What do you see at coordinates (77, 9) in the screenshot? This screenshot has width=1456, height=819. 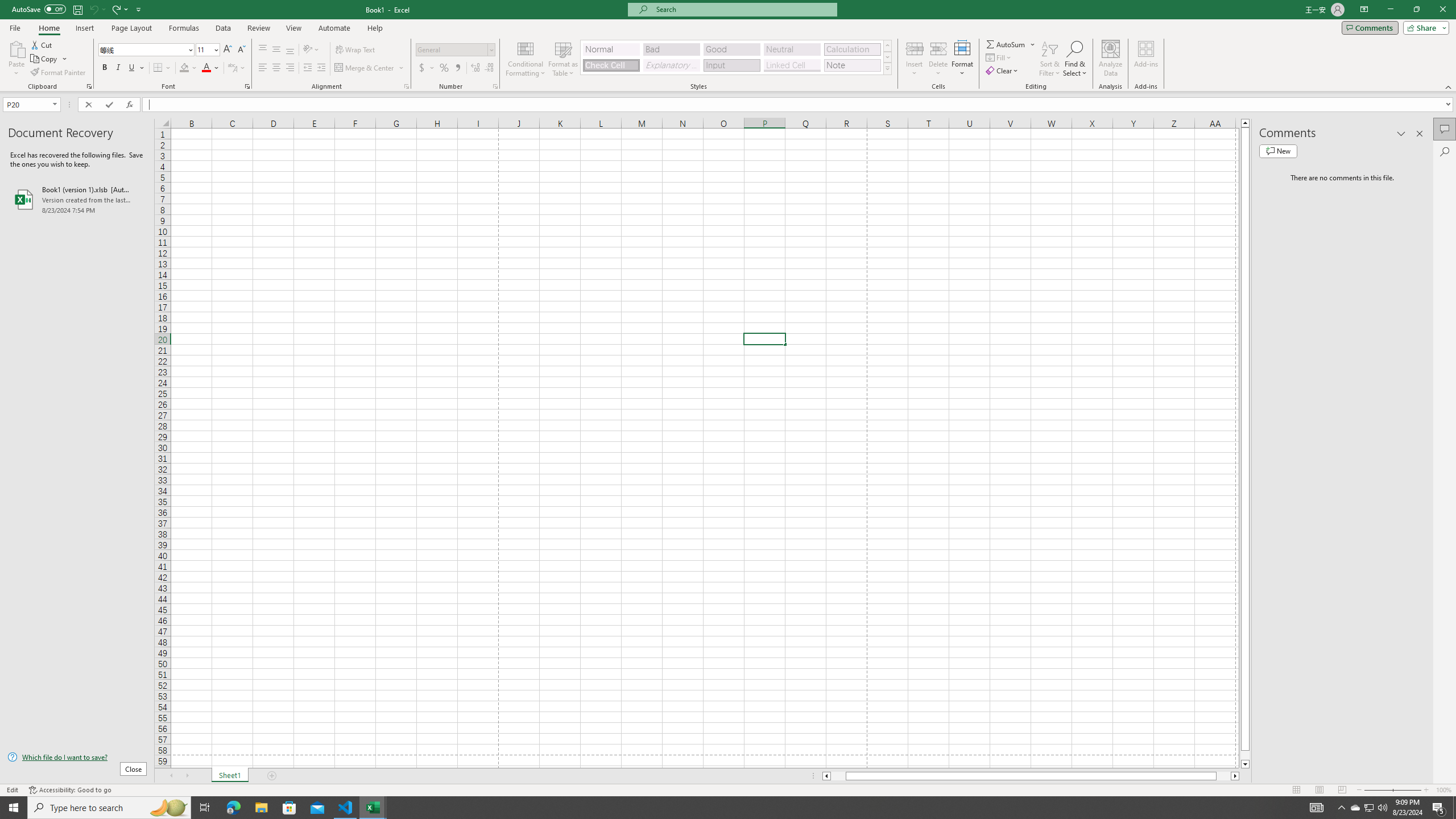 I see `'Quick Access Toolbar'` at bounding box center [77, 9].